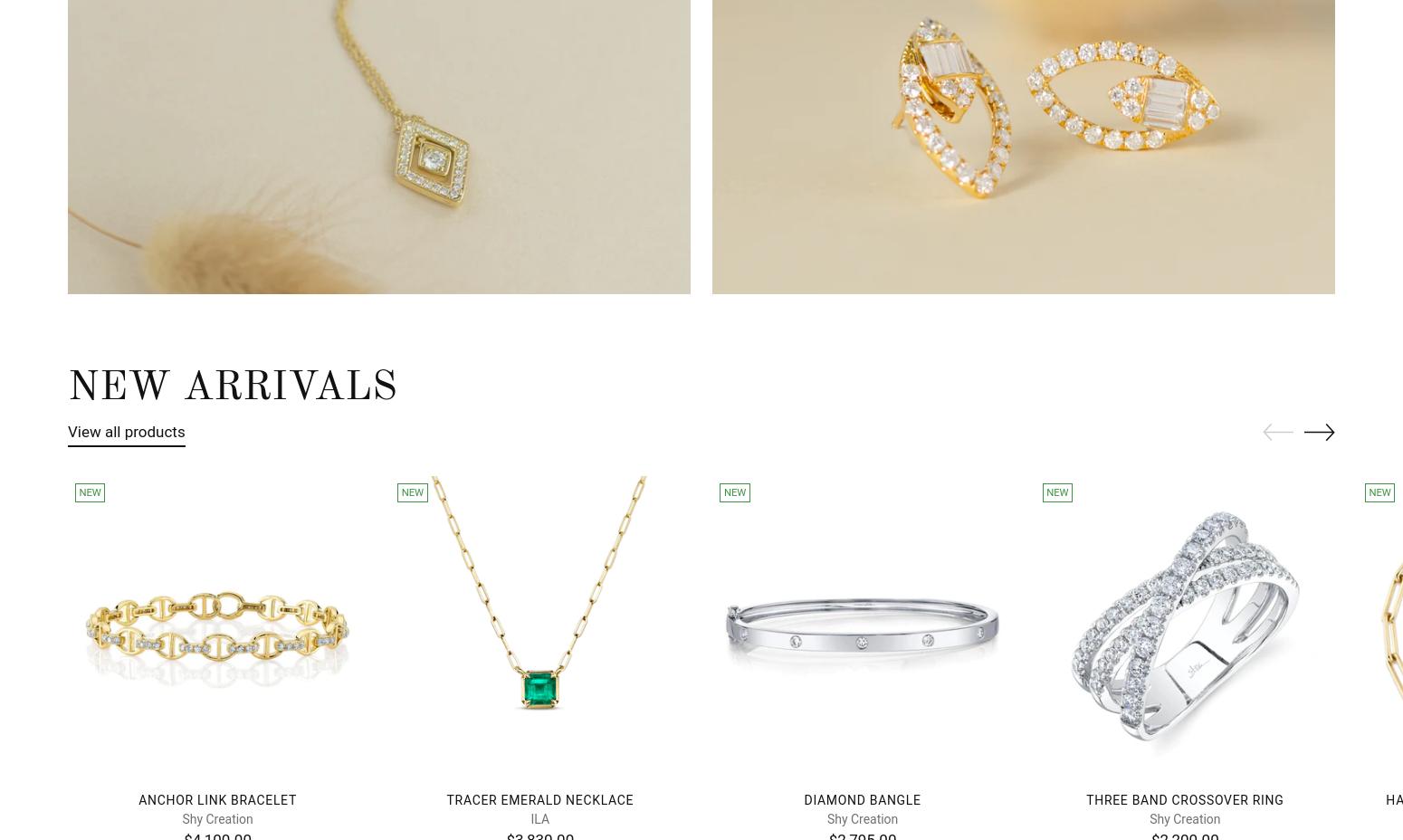  What do you see at coordinates (216, 798) in the screenshot?
I see `'Anchor Link Bracelet'` at bounding box center [216, 798].